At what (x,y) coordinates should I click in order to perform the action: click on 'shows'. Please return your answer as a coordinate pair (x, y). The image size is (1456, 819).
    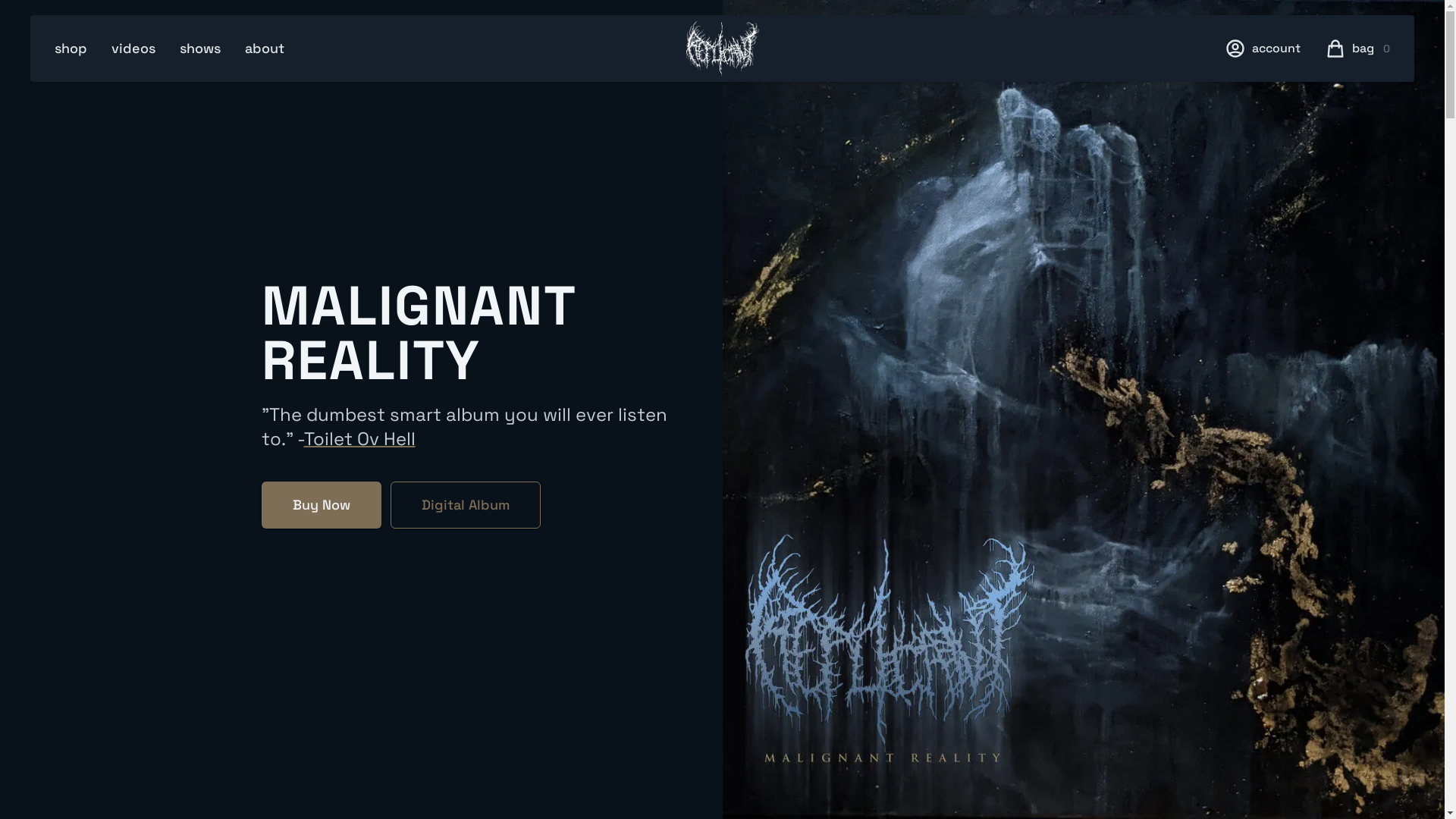
    Looking at the image, I should click on (199, 48).